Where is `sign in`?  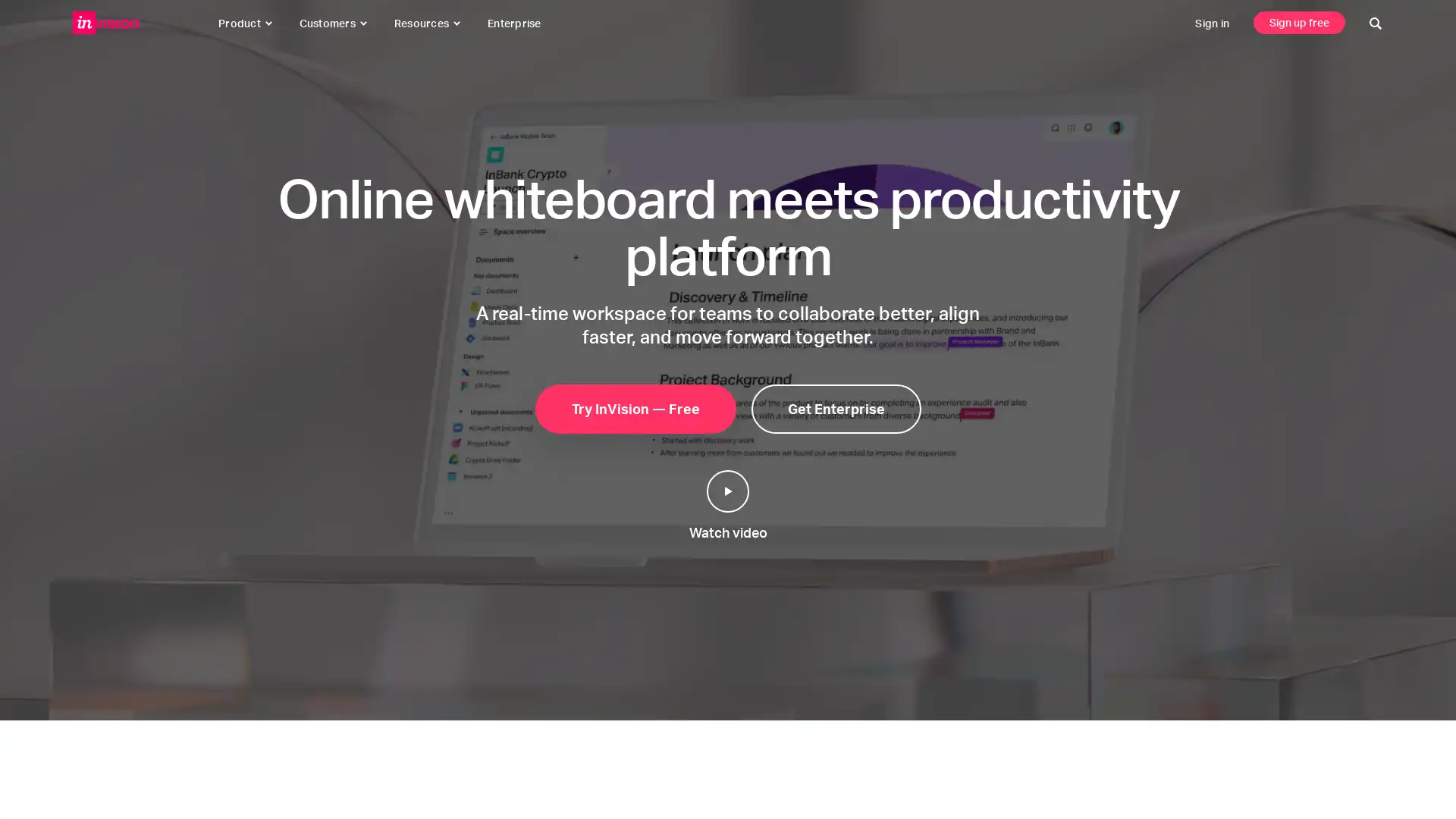
sign in is located at coordinates (1211, 23).